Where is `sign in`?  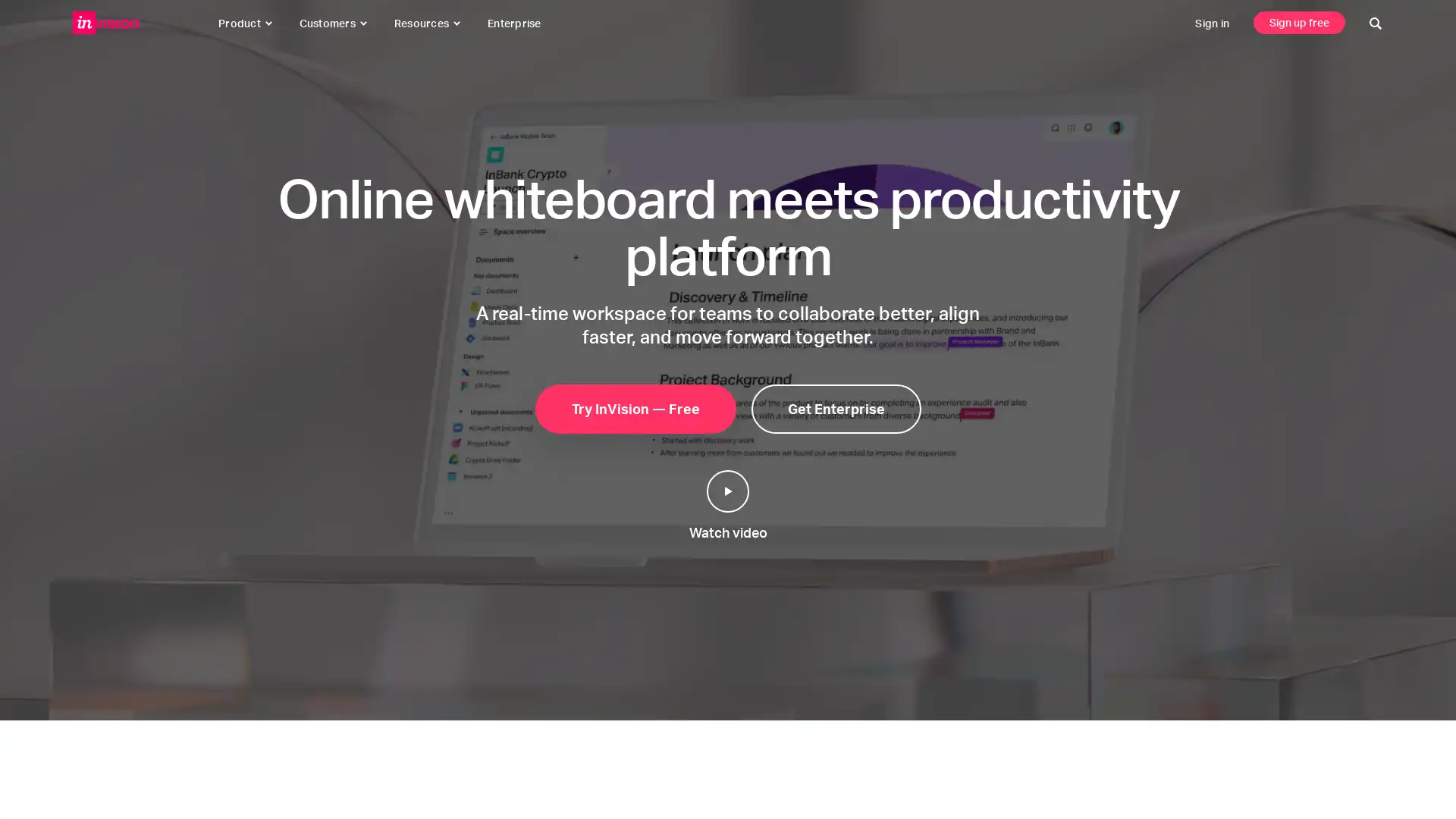
sign in is located at coordinates (1211, 23).